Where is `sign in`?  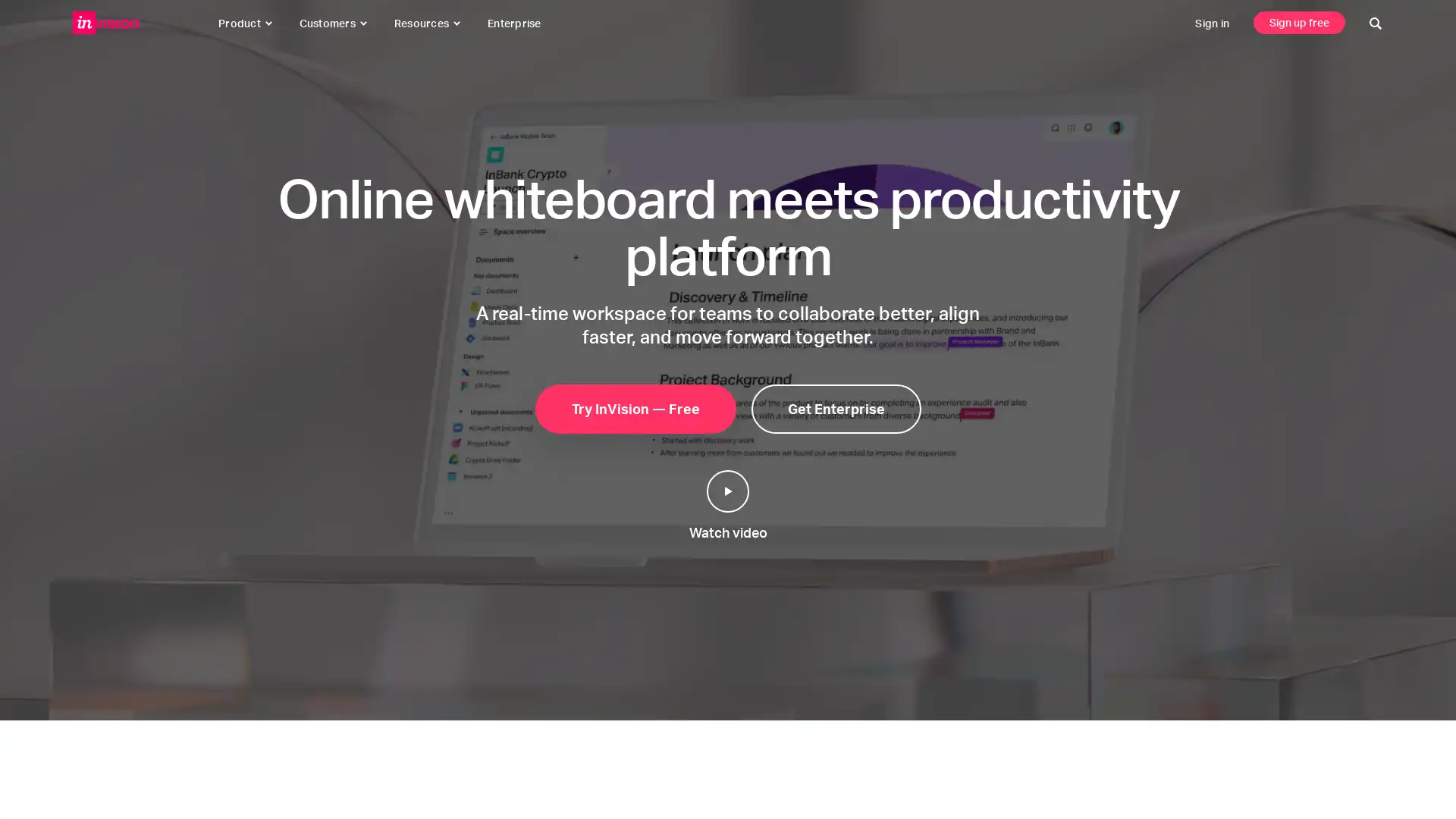
sign in is located at coordinates (1211, 23).